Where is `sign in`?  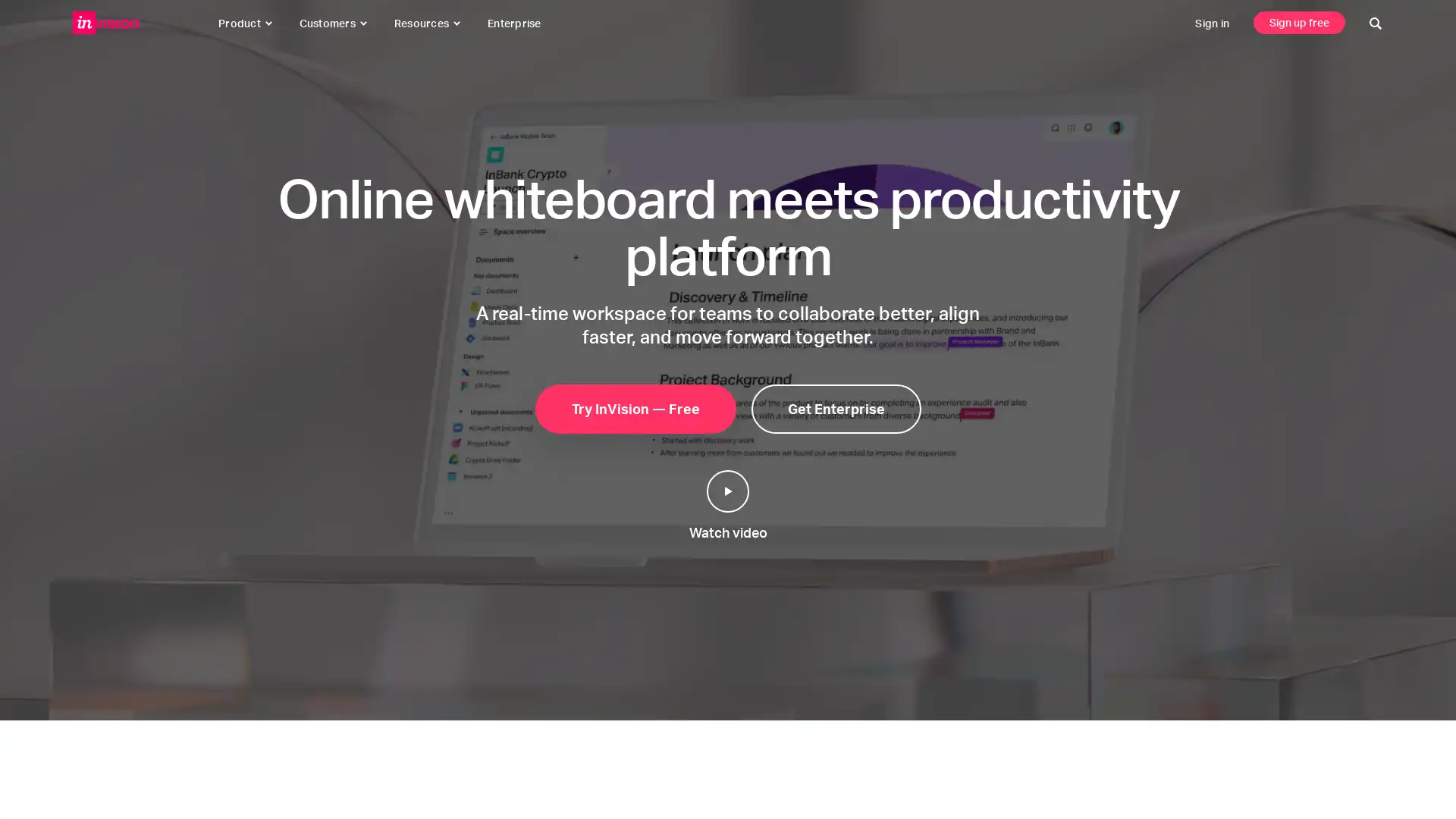
sign in is located at coordinates (1211, 23).